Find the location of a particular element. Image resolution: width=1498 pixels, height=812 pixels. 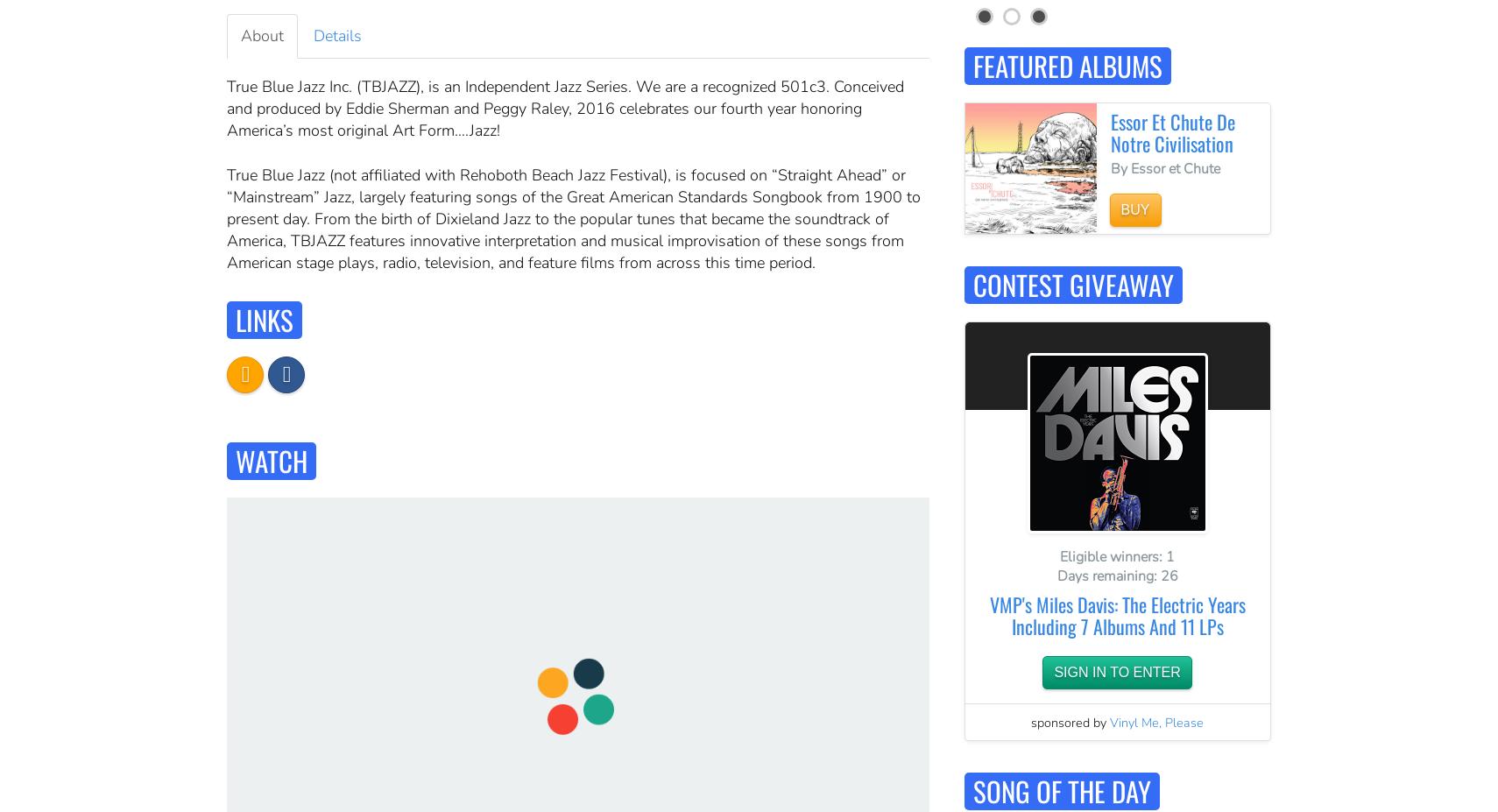

'Days remaining: 26' is located at coordinates (1115, 575).